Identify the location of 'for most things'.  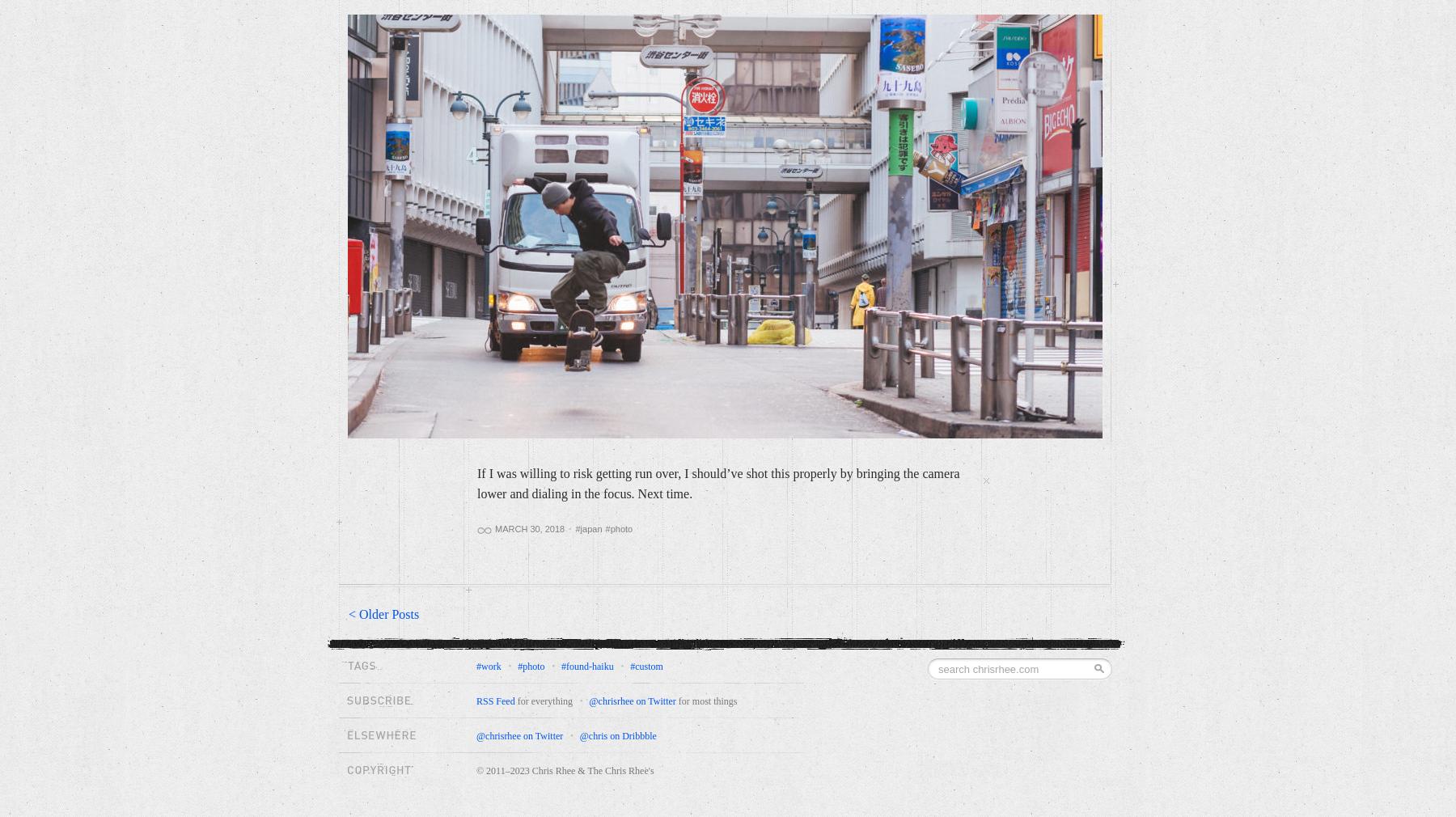
(706, 701).